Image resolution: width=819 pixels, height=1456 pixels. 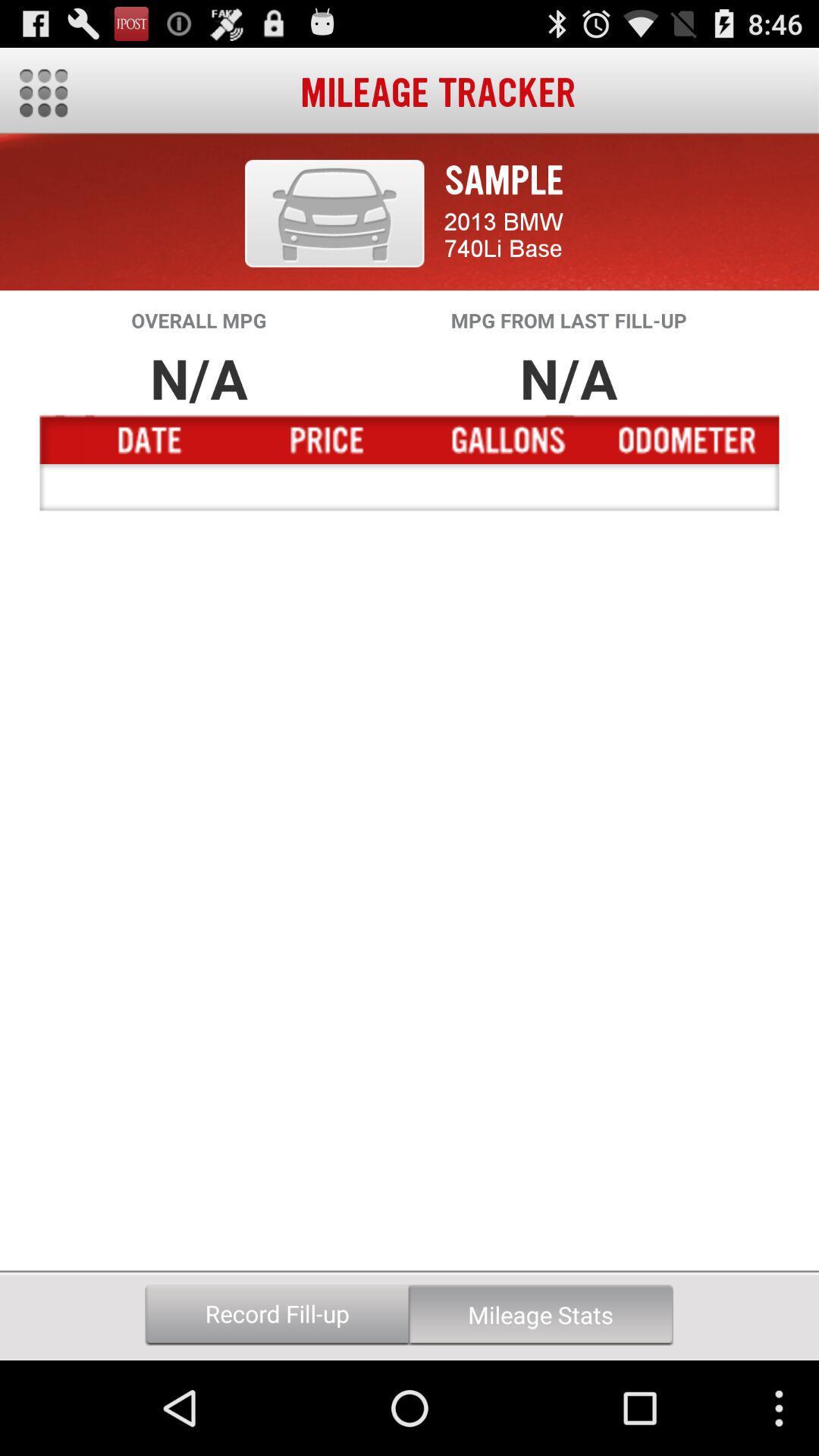 I want to click on menu, so click(x=42, y=93).